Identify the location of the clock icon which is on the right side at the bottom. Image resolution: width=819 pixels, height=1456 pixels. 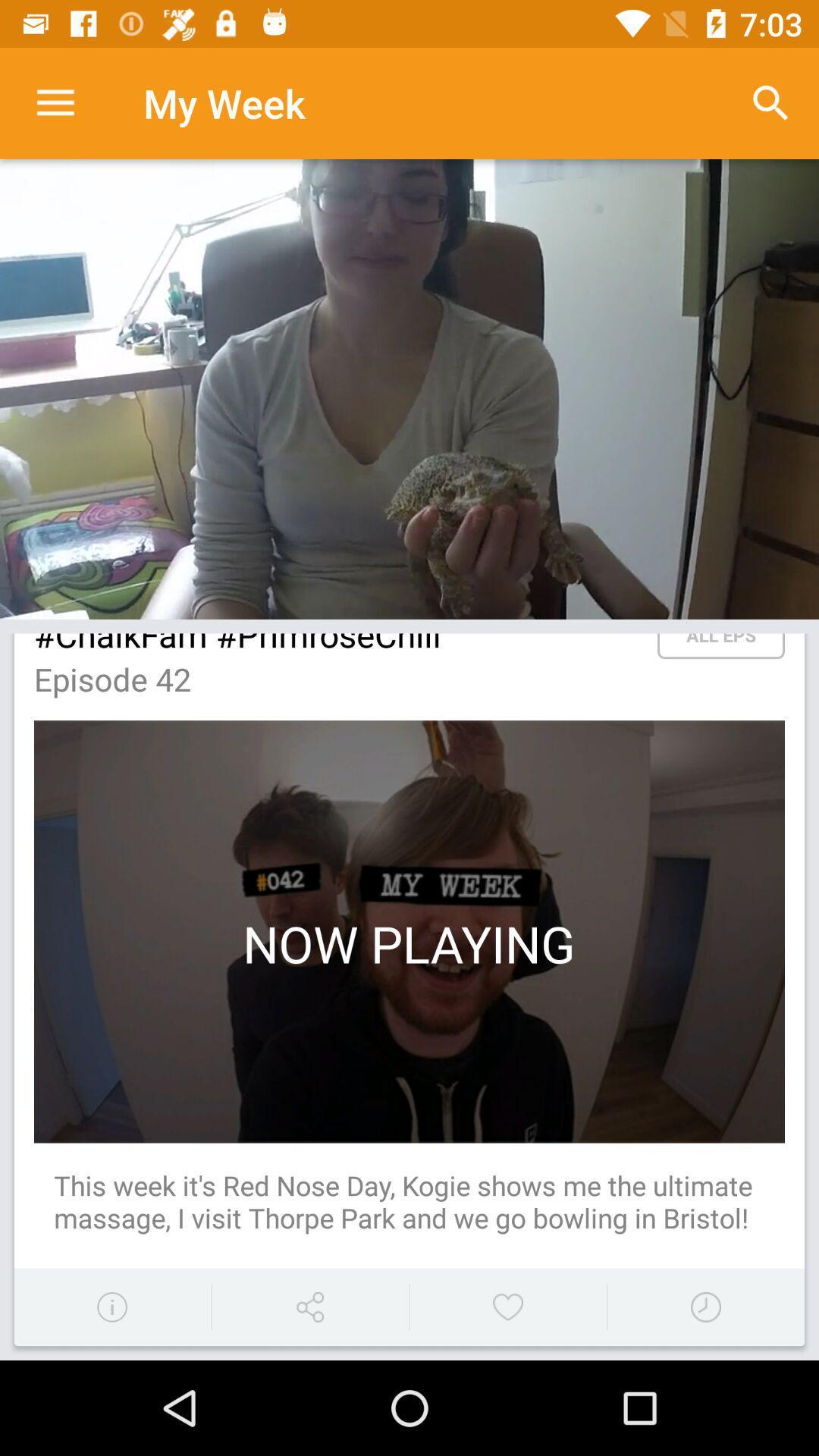
(705, 1306).